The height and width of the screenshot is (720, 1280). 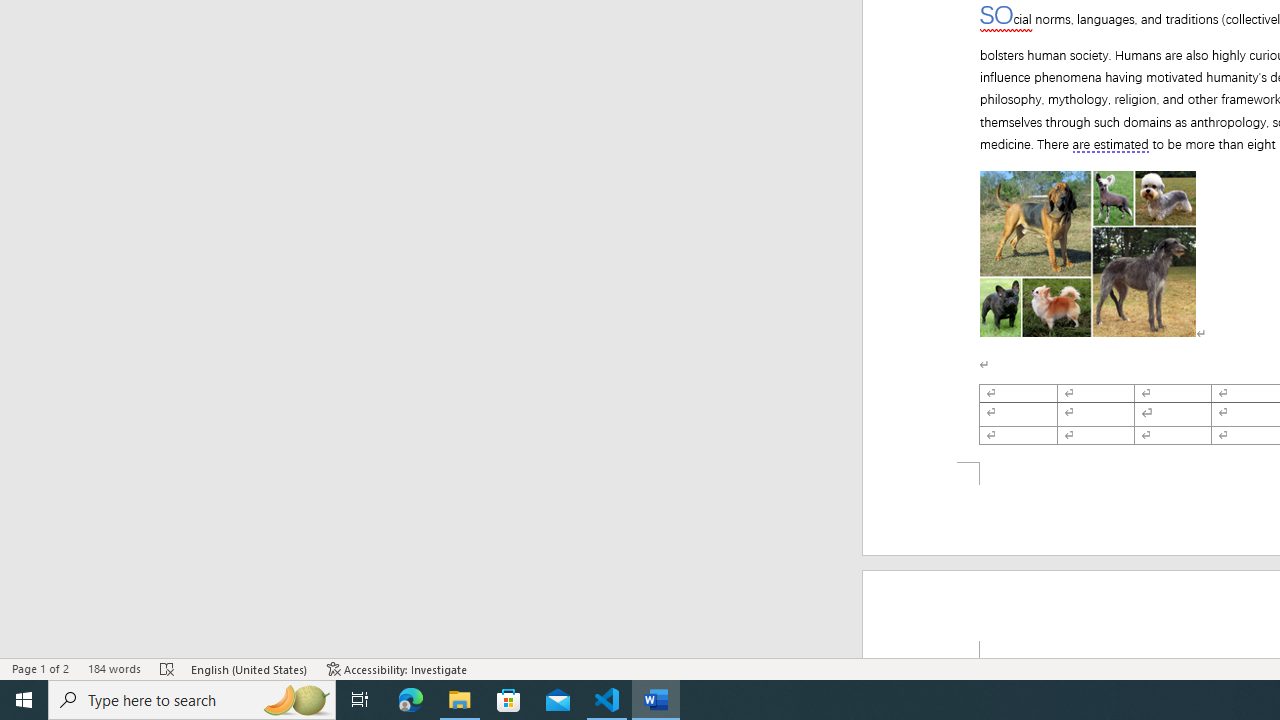 What do you see at coordinates (249, 669) in the screenshot?
I see `'Language English (United States)'` at bounding box center [249, 669].